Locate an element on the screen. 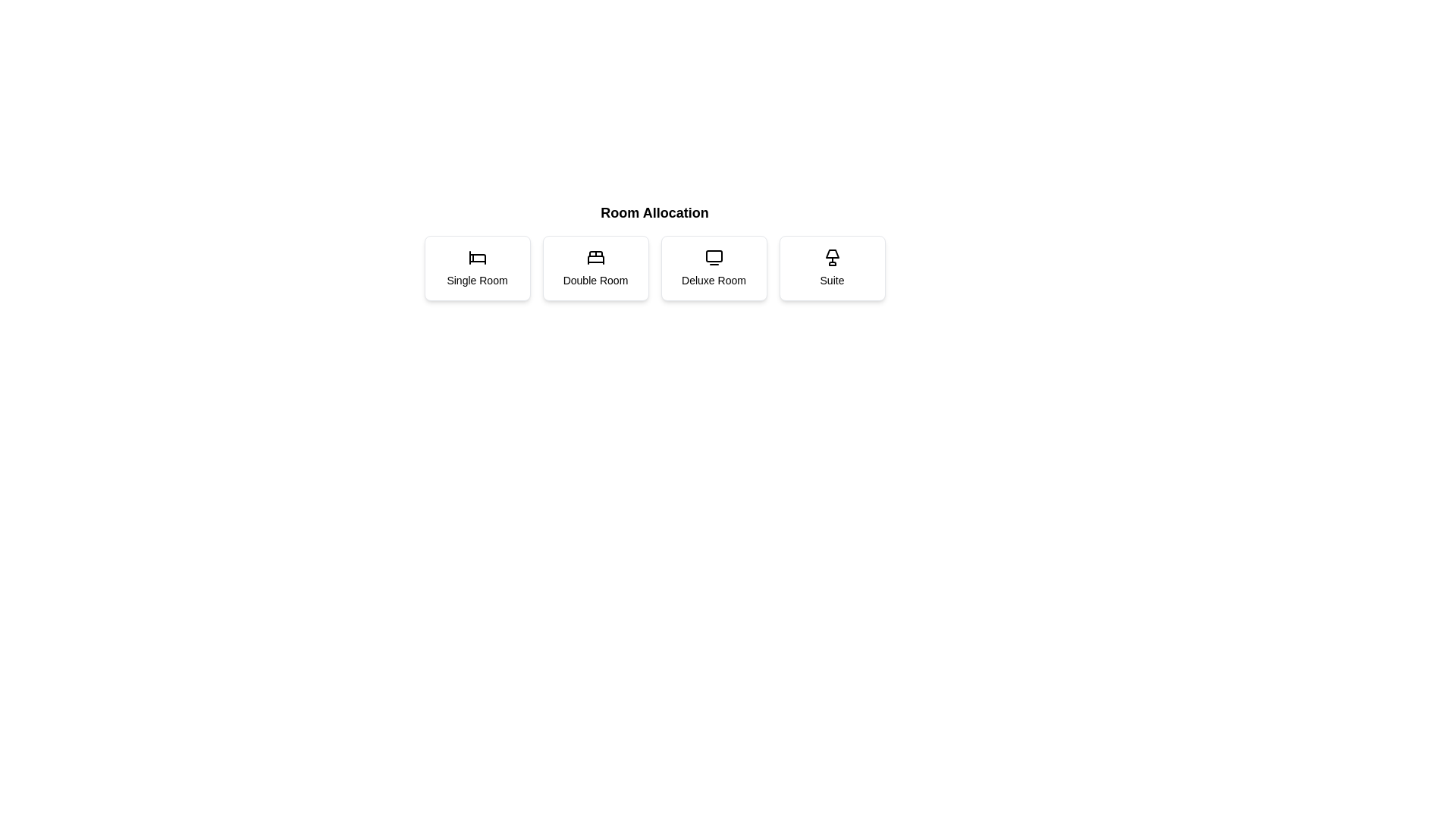  the button corresponding to the room type Suite is located at coordinates (831, 268).